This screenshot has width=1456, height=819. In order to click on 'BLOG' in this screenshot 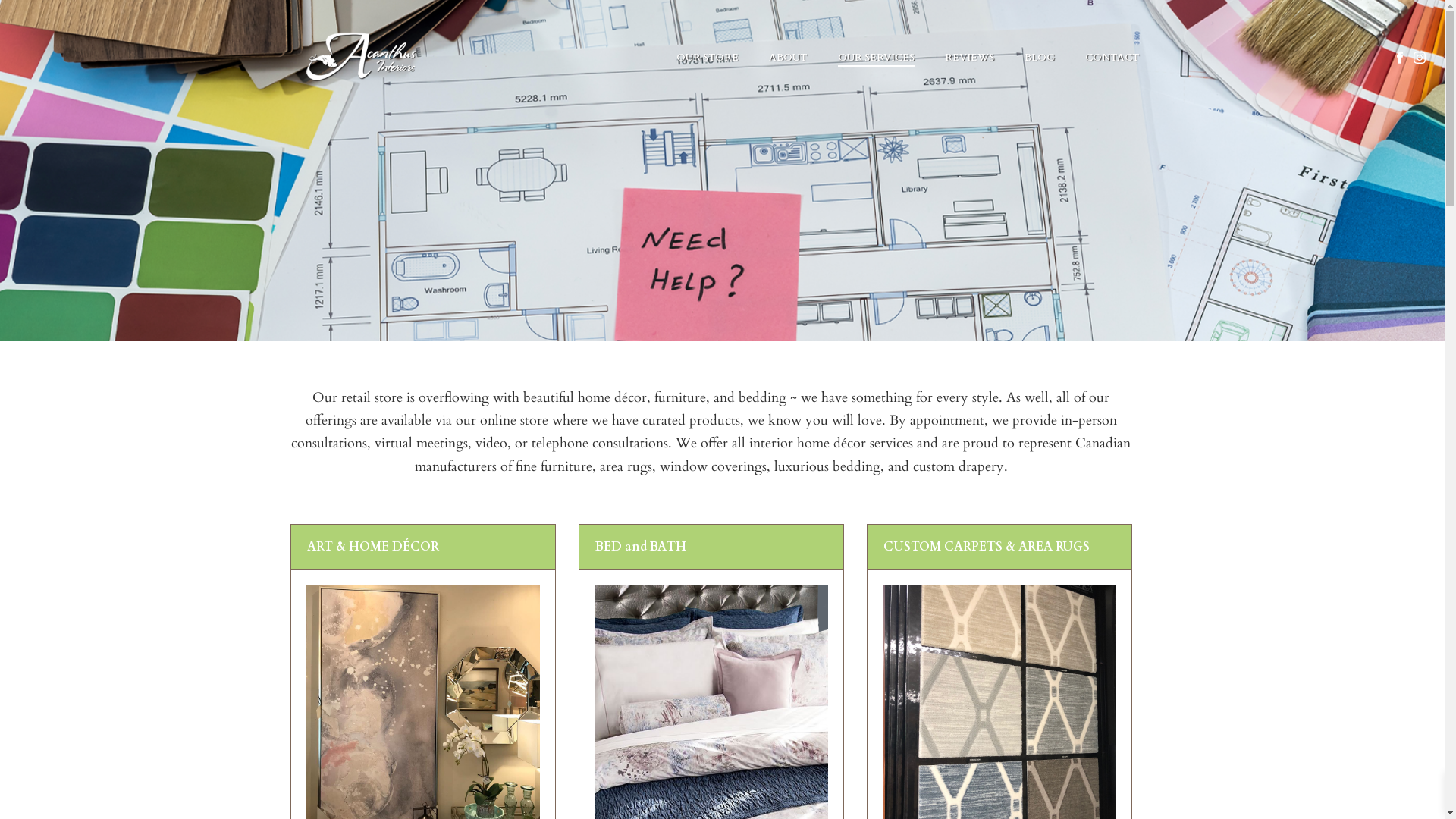, I will do `click(1037, 57)`.